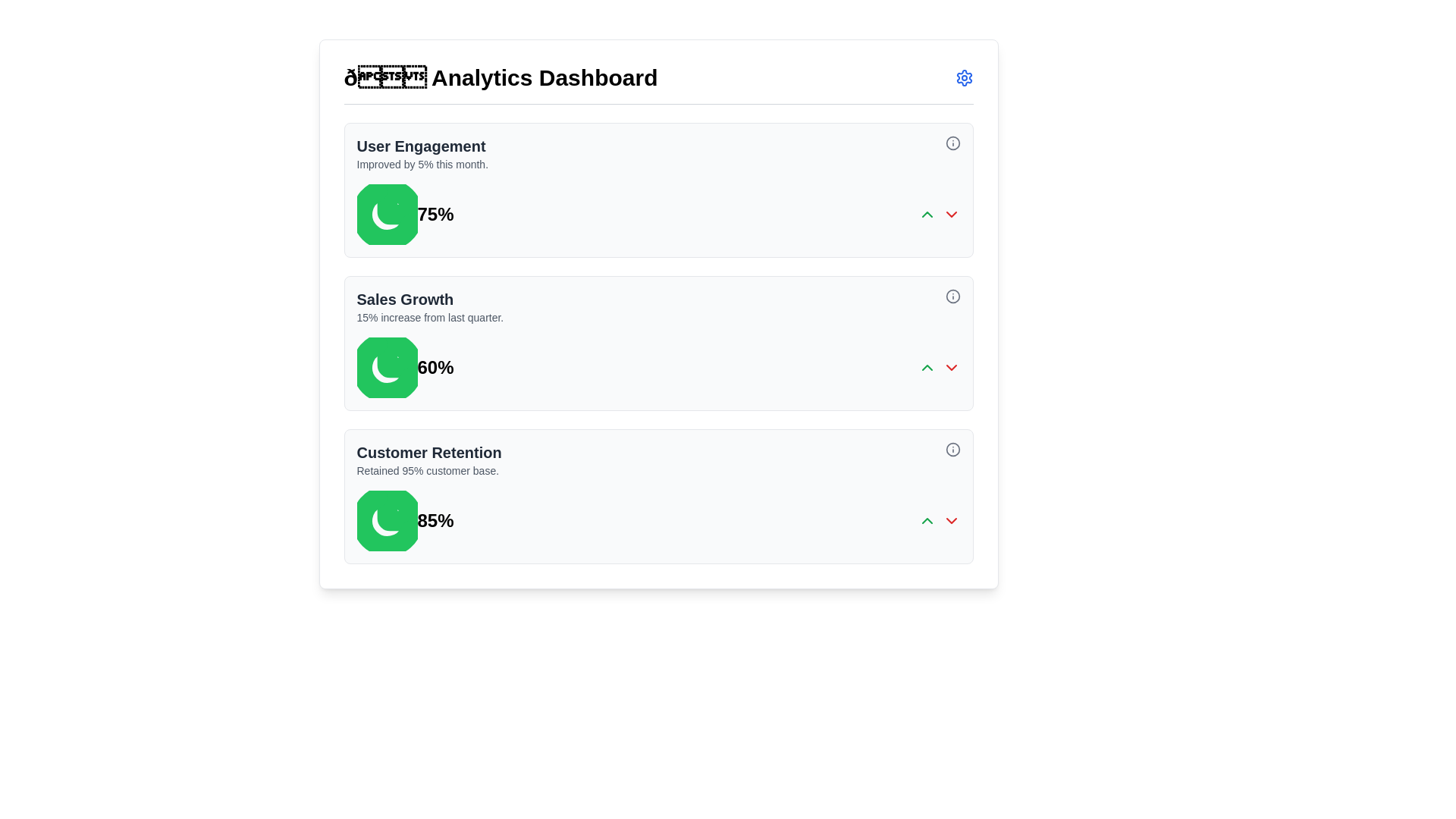  Describe the element at coordinates (926, 368) in the screenshot. I see `the small green upward-pointing chevron icon located to the right of the 'Sales Growth' component with '60%' displayed next to it` at that location.